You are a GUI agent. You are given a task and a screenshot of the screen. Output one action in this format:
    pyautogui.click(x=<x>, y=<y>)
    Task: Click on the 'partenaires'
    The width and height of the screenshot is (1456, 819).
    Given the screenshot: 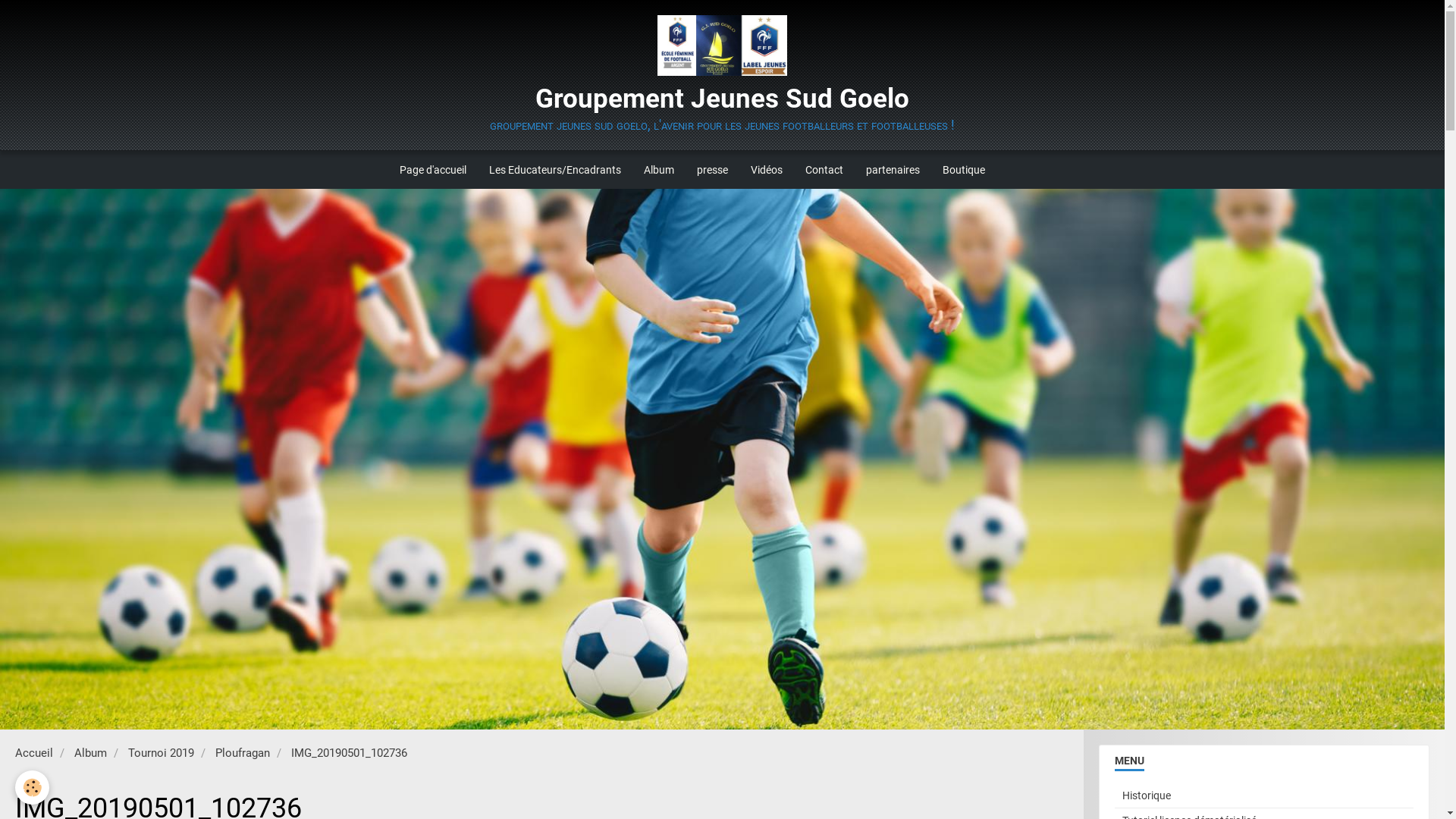 What is the action you would take?
    pyautogui.click(x=893, y=169)
    